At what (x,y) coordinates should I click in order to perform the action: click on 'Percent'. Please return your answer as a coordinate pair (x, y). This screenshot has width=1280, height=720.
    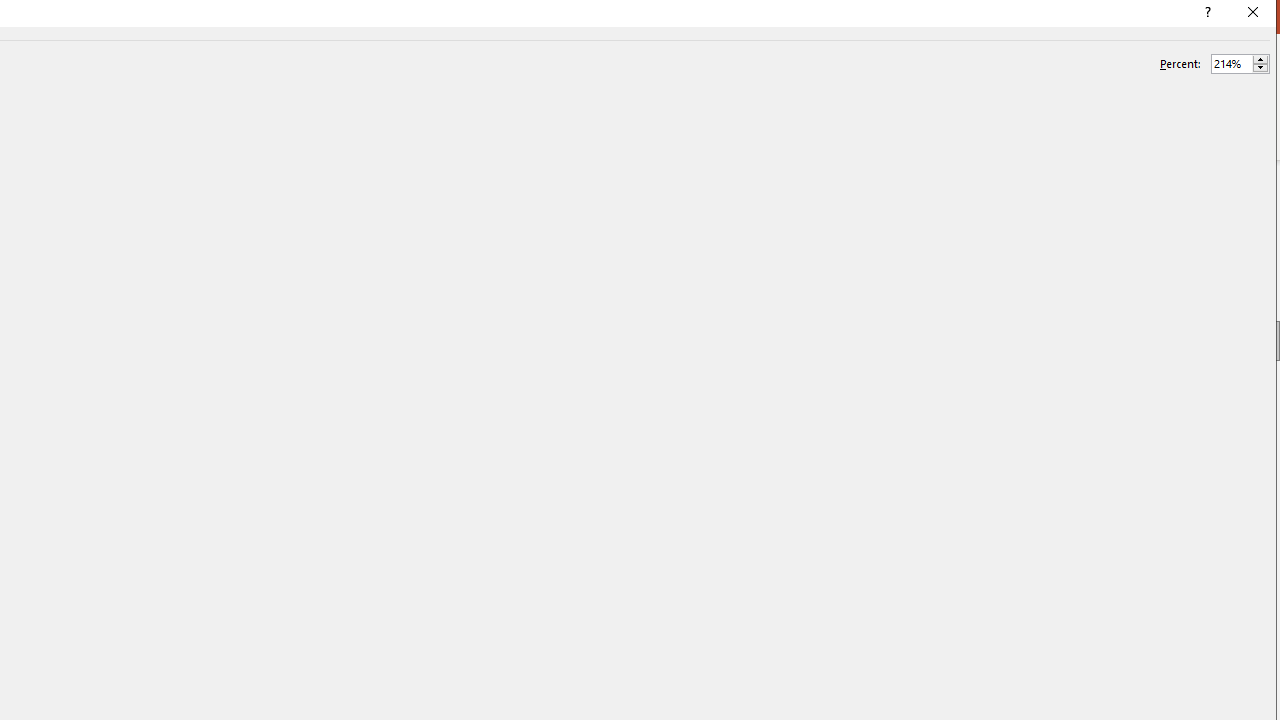
    Looking at the image, I should click on (1239, 63).